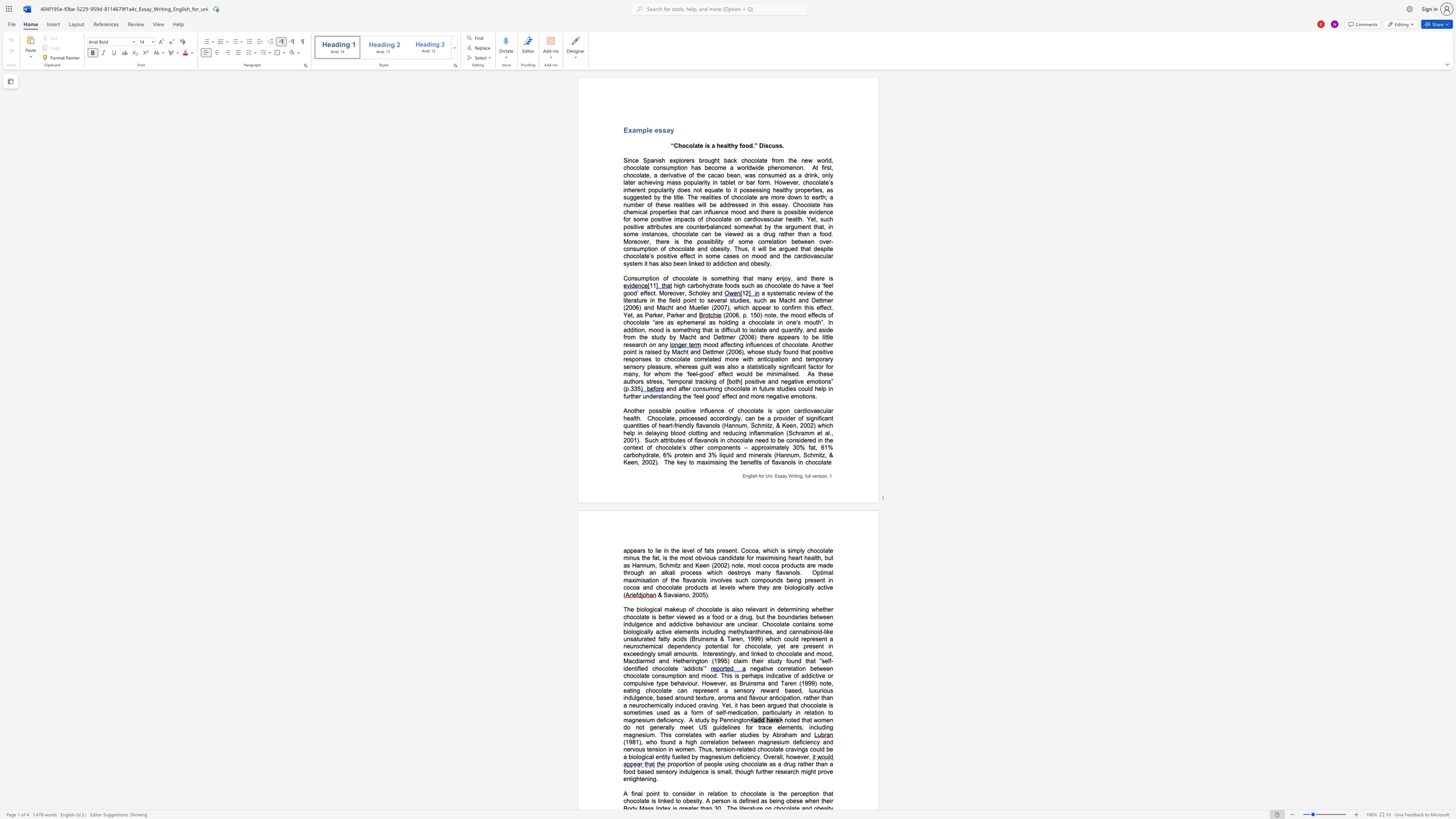 Image resolution: width=1456 pixels, height=819 pixels. I want to click on the subset text "ater achievin" within the text "At first, chocolate, a derivative of the cacao bean, was consumed as a drink, only later achieving mass popularity in tablet or bar form. However, chocolate’s inherent popularity does not equate to it", so click(625, 181).